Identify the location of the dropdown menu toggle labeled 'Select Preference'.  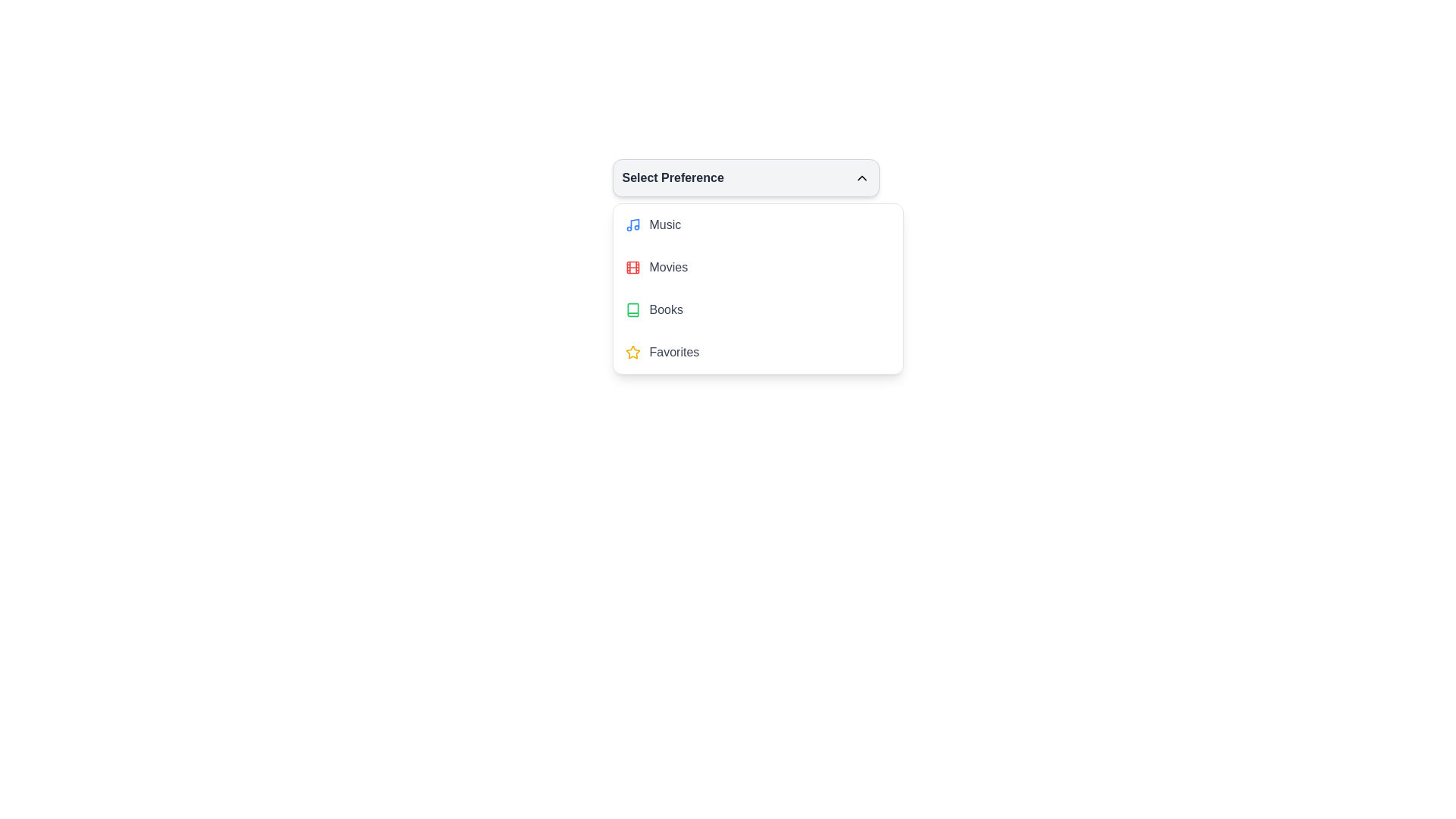
(745, 177).